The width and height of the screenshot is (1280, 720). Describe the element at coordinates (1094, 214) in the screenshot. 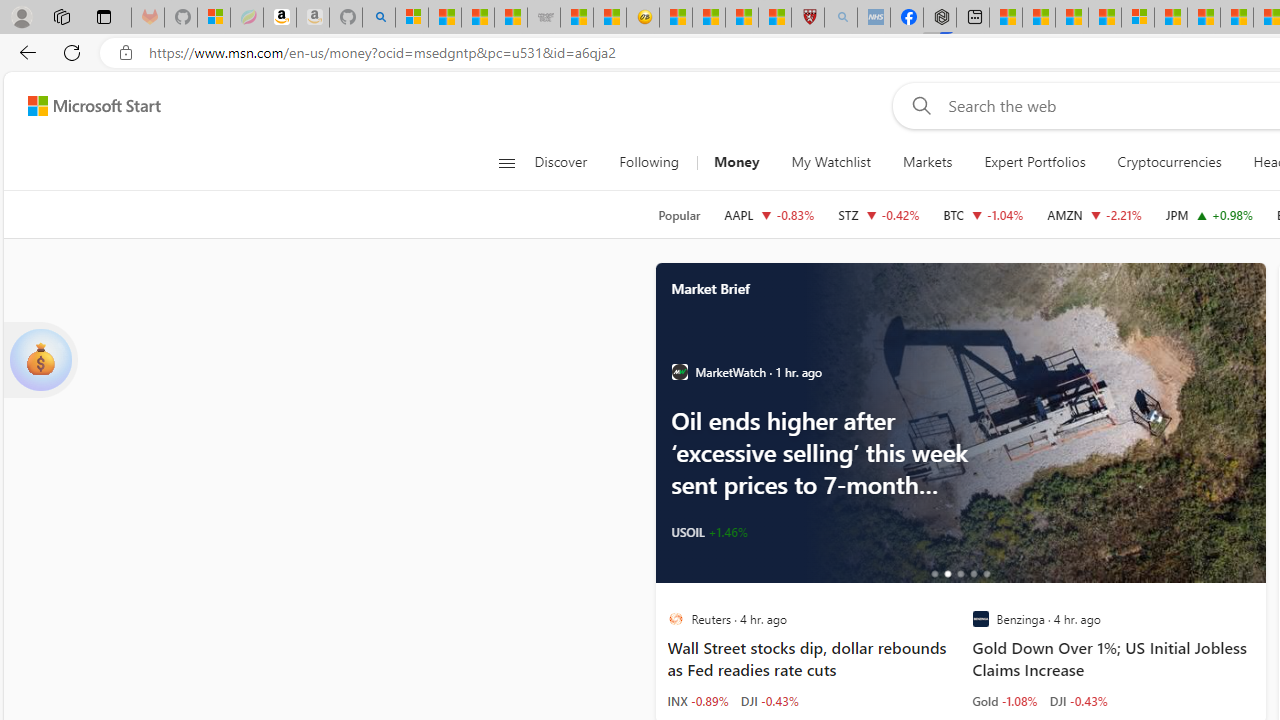

I see `'AMZN AMAZON.COM, INC. decrease 176.13 -3.98 -2.21%'` at that location.